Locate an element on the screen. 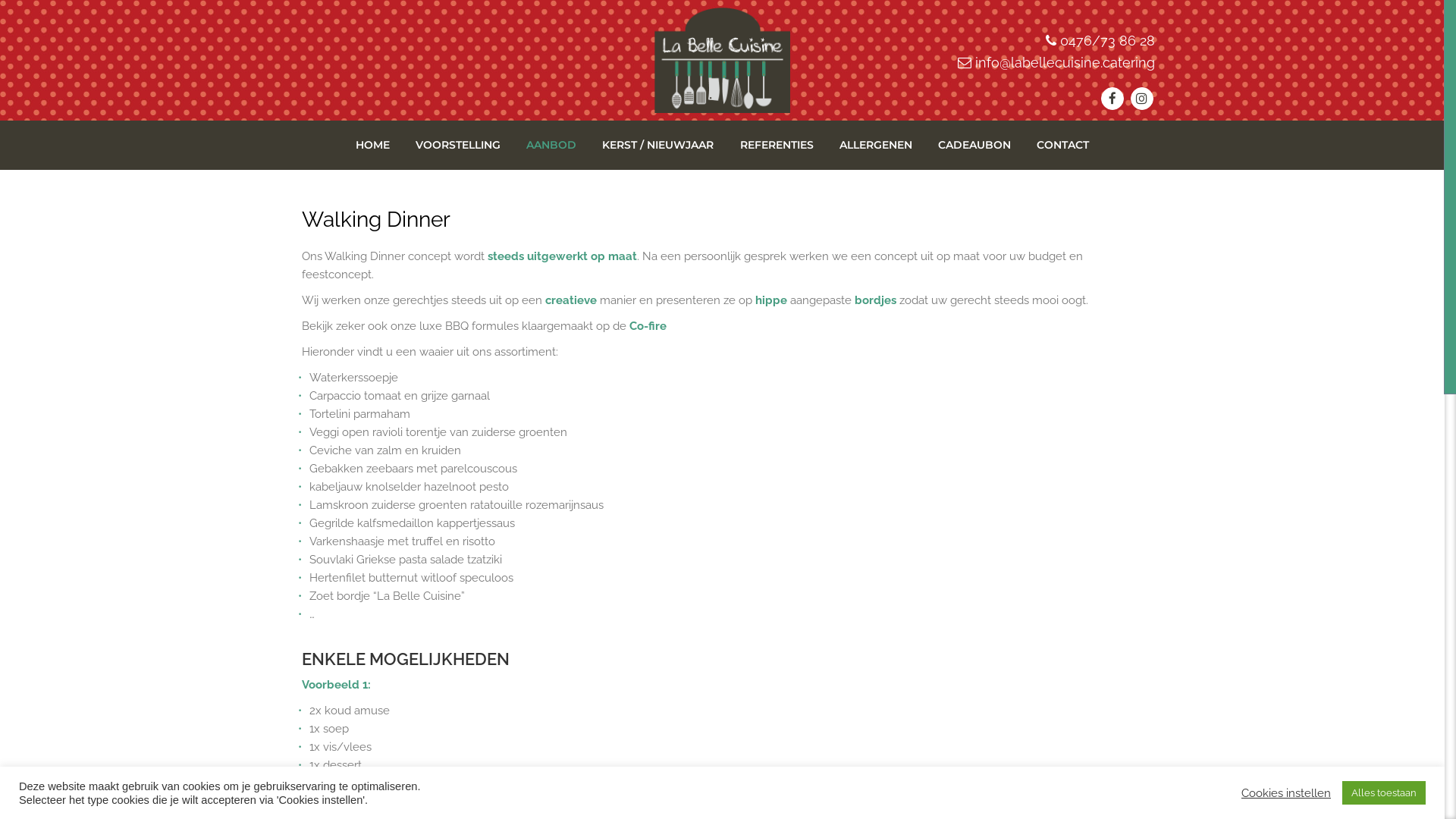 The image size is (1456, 819). 'REFERENTIES' is located at coordinates (777, 145).